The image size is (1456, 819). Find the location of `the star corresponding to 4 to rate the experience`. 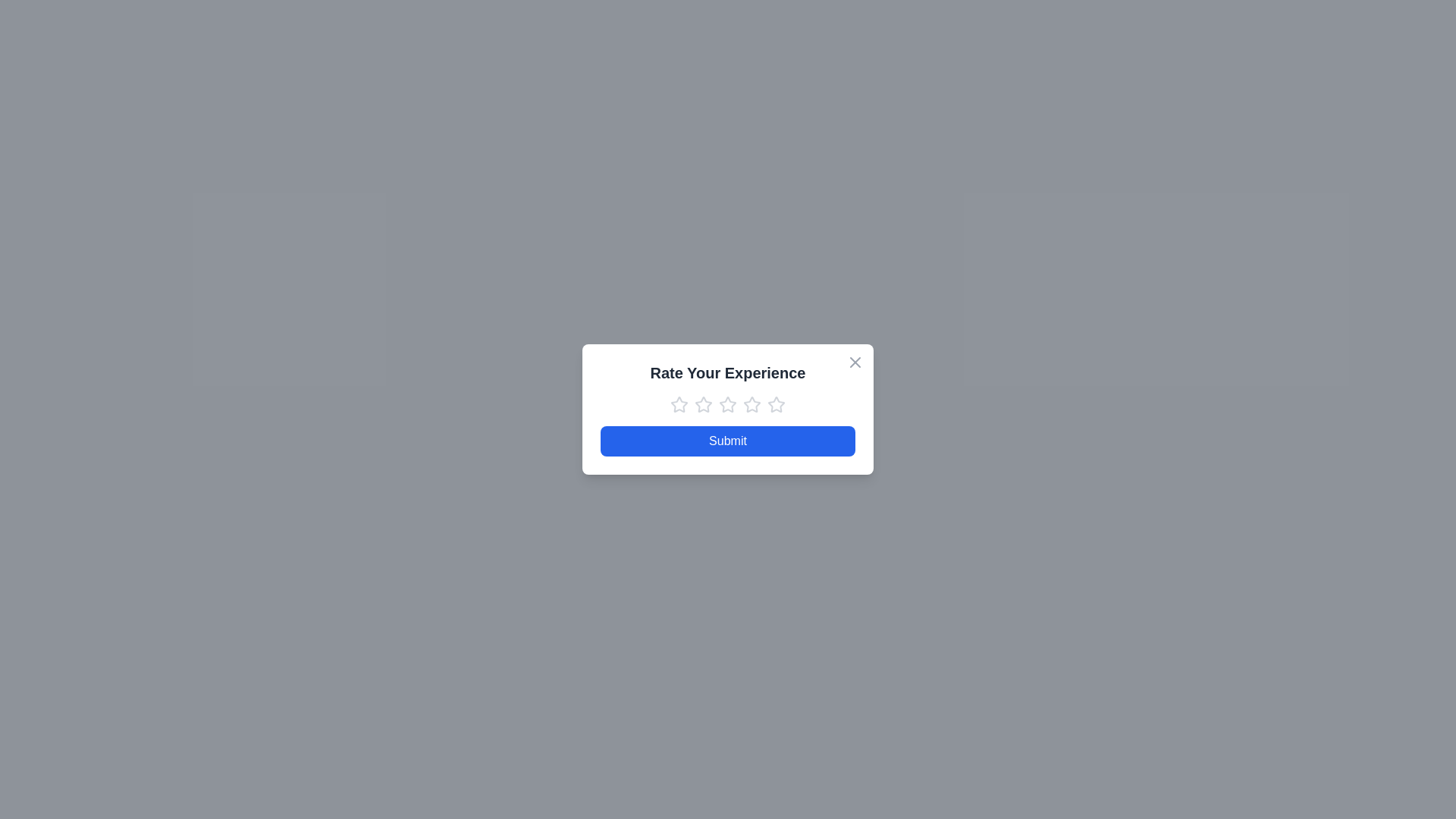

the star corresponding to 4 to rate the experience is located at coordinates (752, 403).